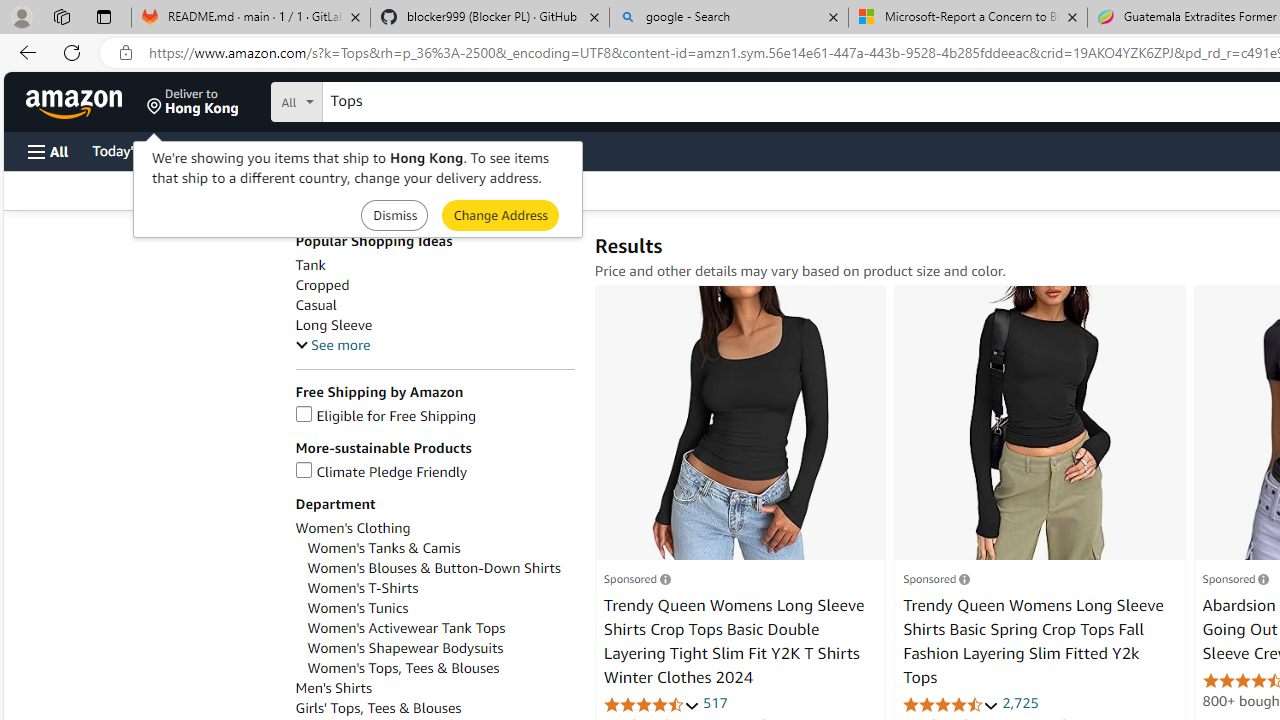  I want to click on 'Women', so click(439, 607).